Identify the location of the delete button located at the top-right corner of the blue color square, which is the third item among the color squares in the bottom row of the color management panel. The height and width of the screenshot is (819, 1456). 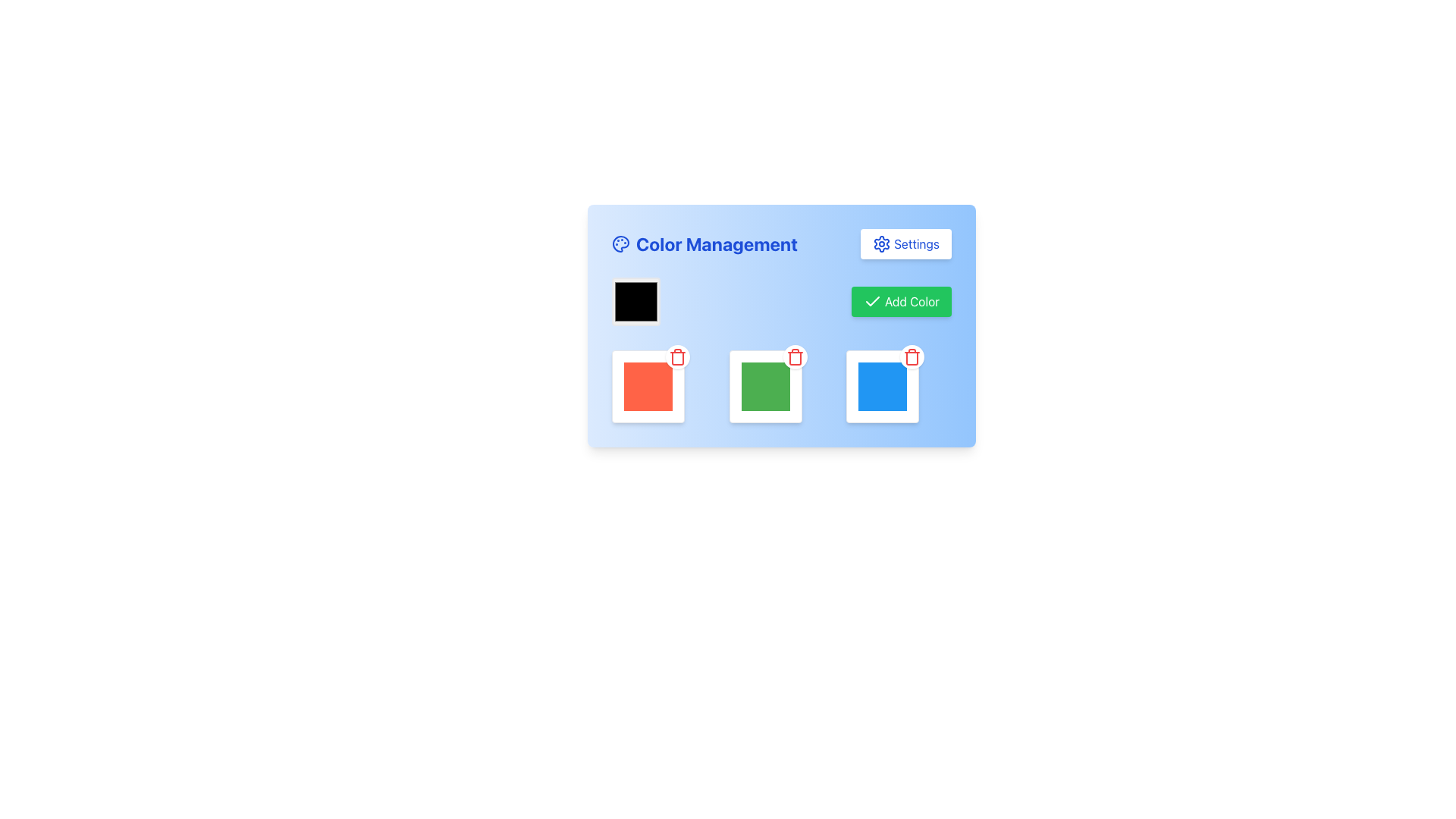
(912, 356).